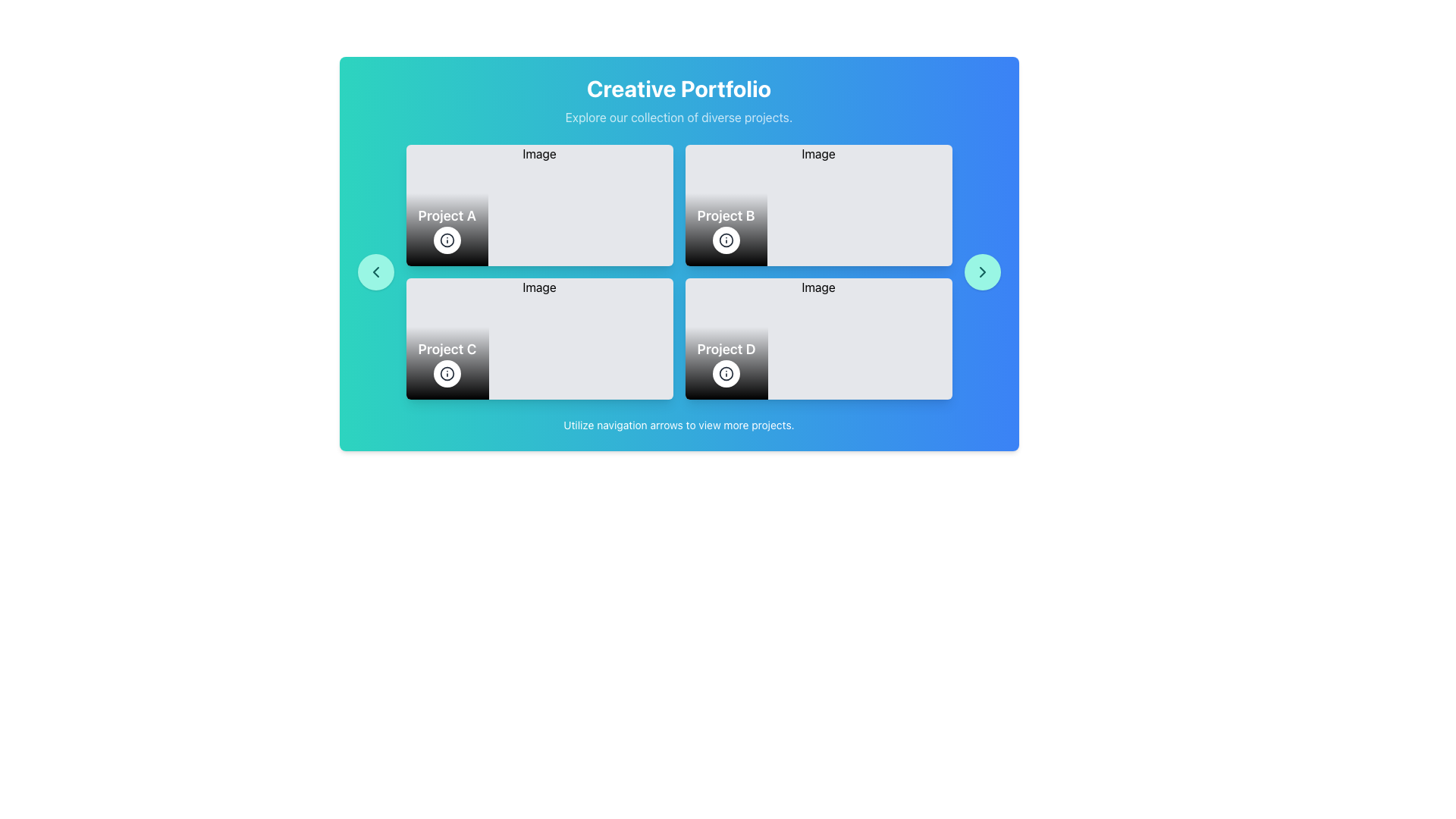 The width and height of the screenshot is (1456, 819). What do you see at coordinates (447, 374) in the screenshot?
I see `the information icon located at the bottom of the 'Project D' card in the second row of the project grid` at bounding box center [447, 374].